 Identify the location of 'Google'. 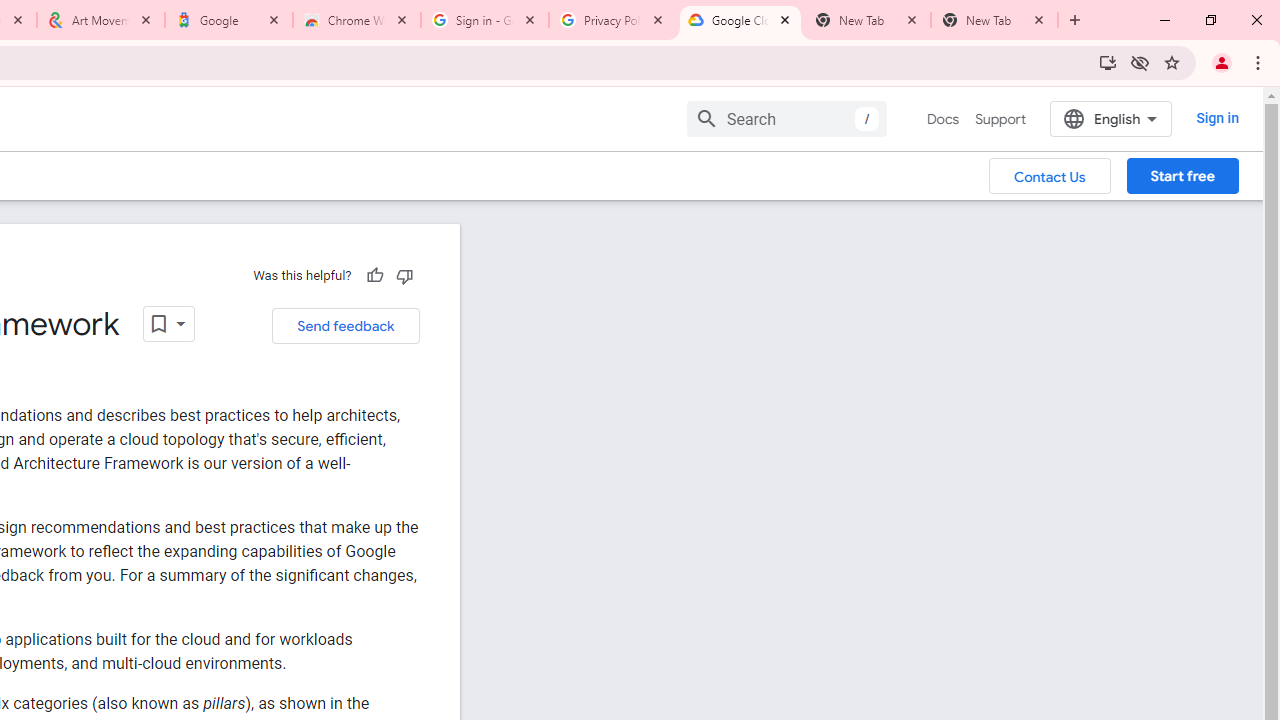
(229, 20).